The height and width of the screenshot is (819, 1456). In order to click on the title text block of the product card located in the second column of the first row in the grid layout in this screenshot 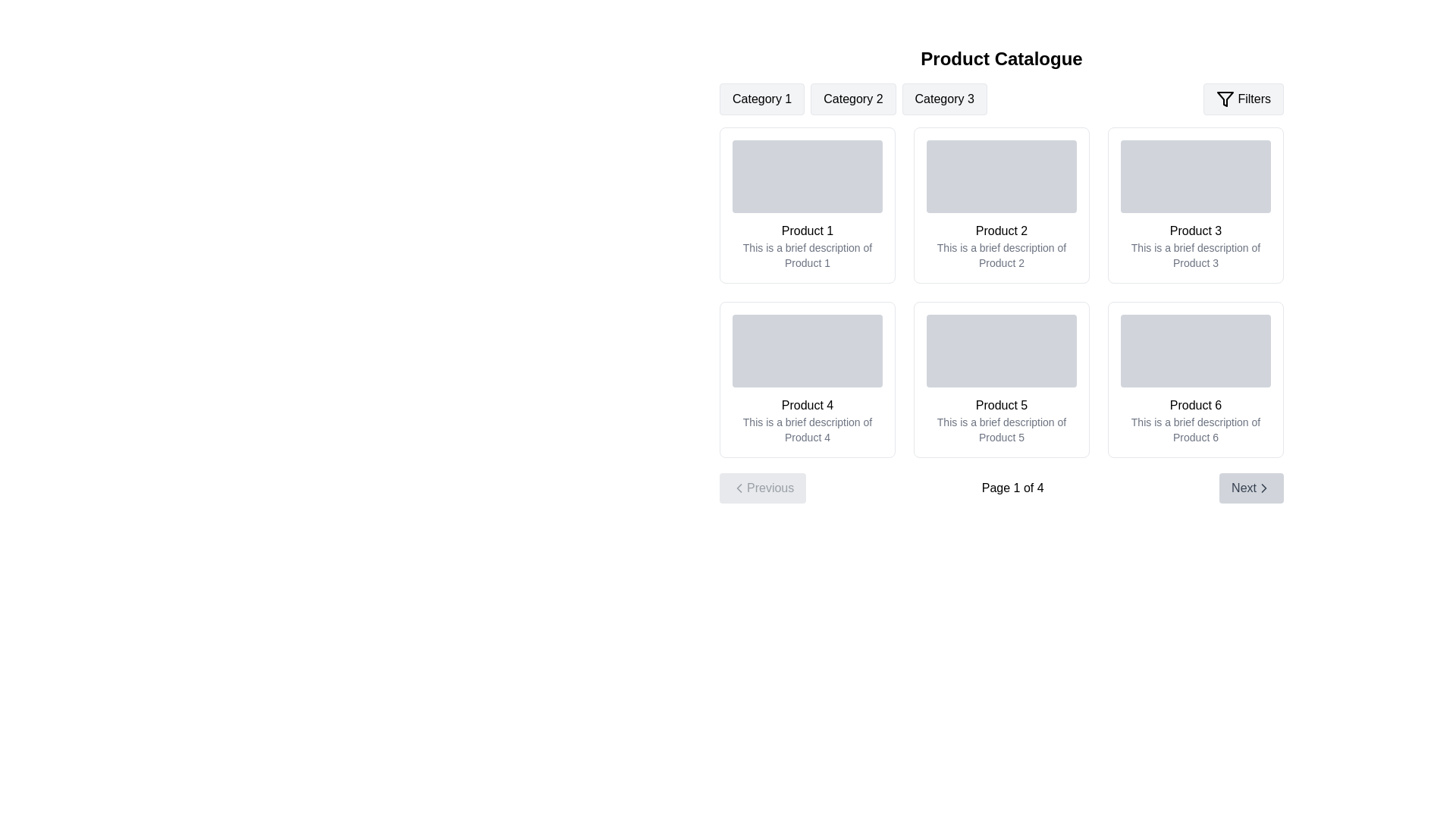, I will do `click(1001, 231)`.